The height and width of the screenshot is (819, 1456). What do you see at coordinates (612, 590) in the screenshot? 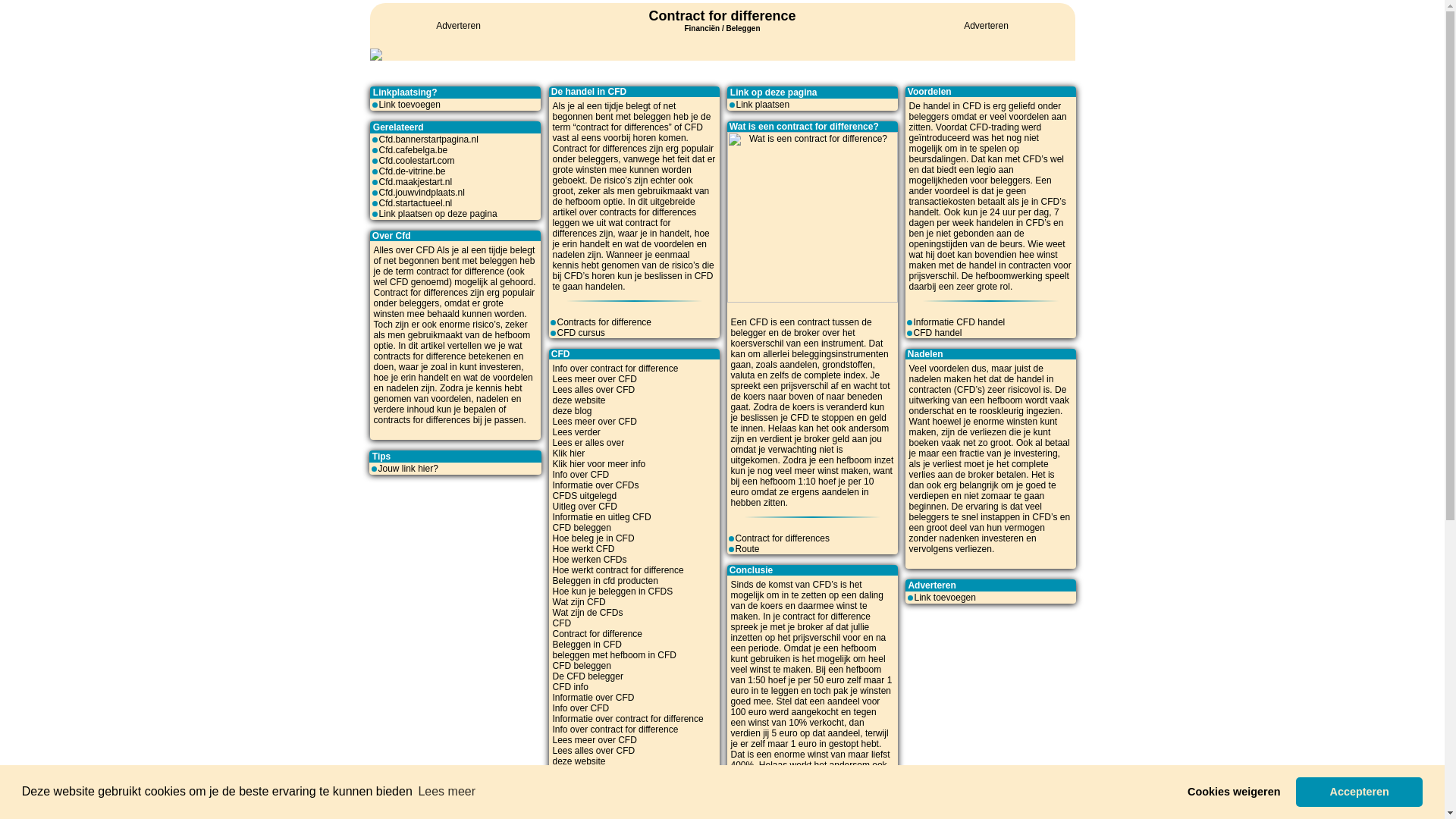
I see `'Hoe kun je beleggen in CFDS'` at bounding box center [612, 590].